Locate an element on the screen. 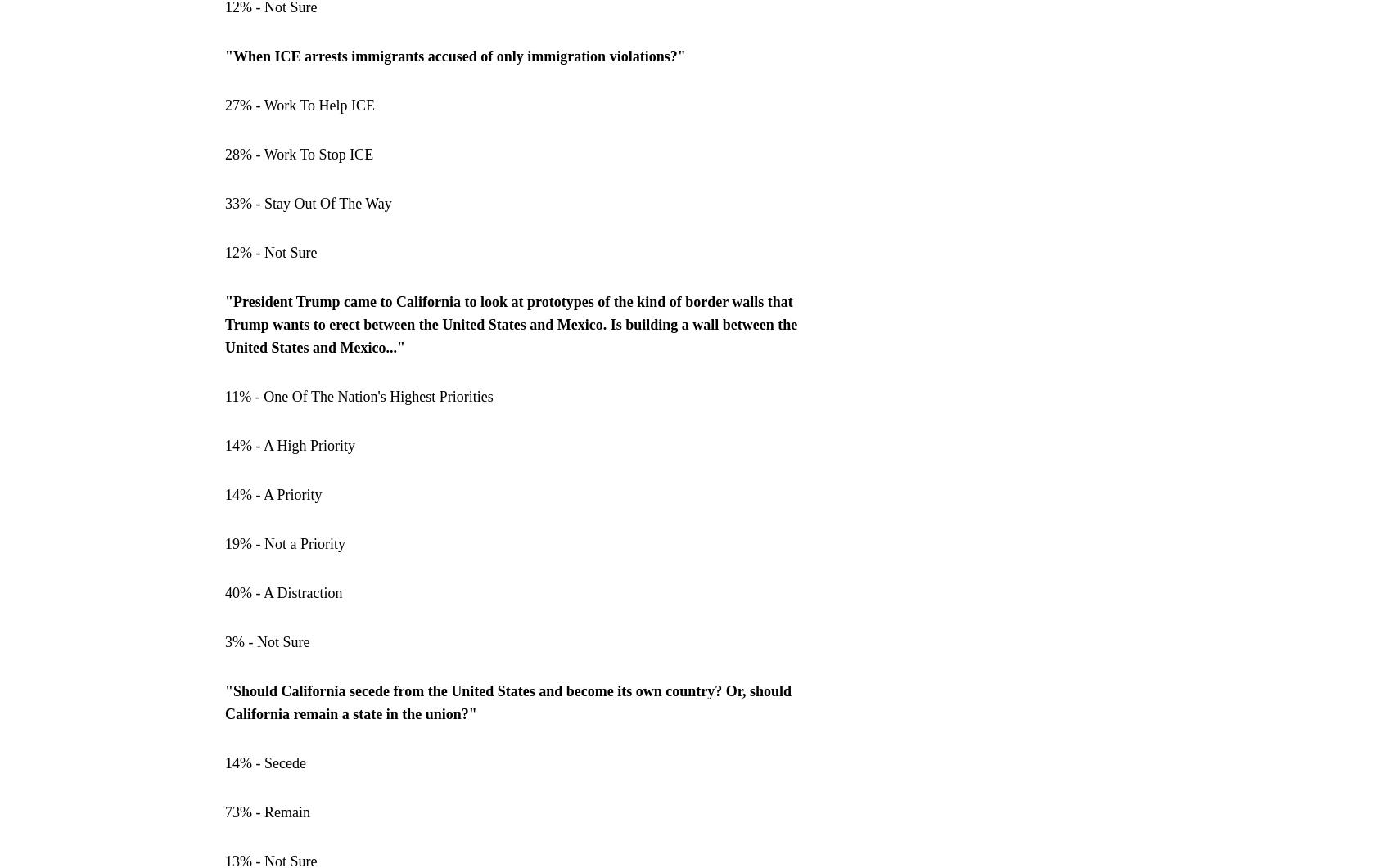 This screenshot has height=868, width=1385. '27%	- Work To Help ICE' is located at coordinates (300, 106).